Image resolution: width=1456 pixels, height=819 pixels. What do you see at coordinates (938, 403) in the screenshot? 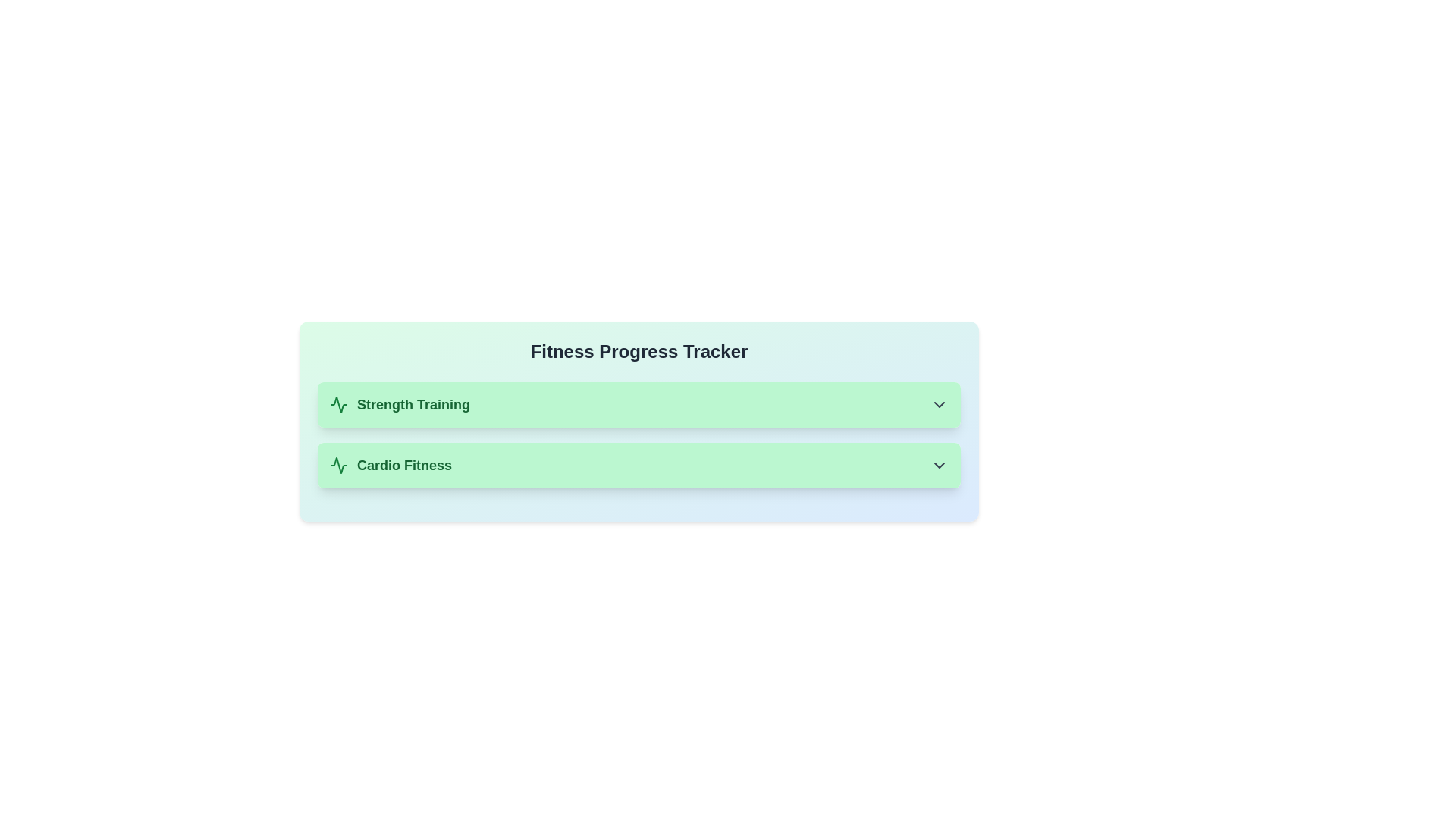
I see `the dropdown toggle icon located at the far-right side of the 'Strength Training' section` at bounding box center [938, 403].